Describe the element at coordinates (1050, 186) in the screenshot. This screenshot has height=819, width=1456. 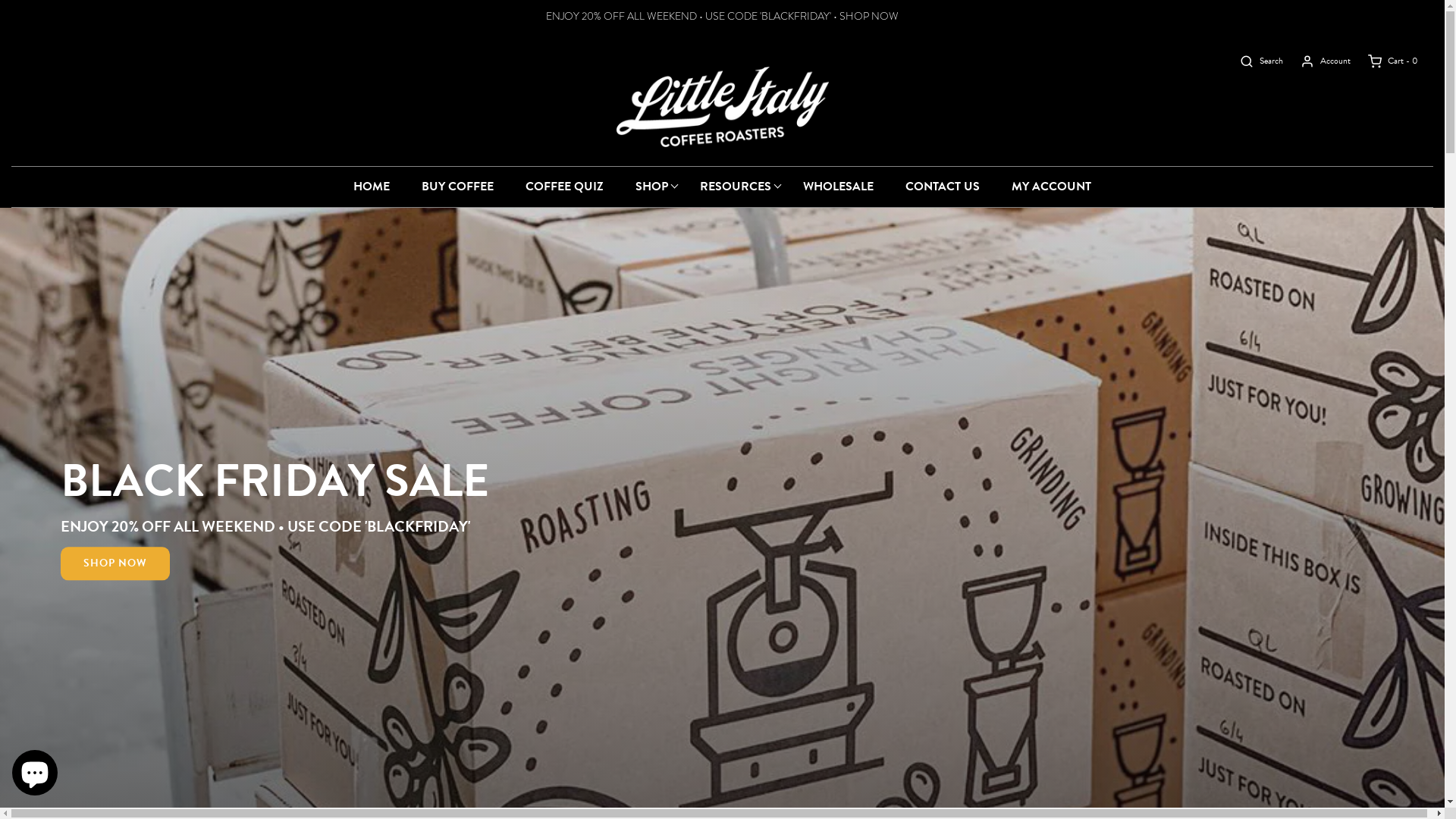
I see `'MY ACCOUNT'` at that location.